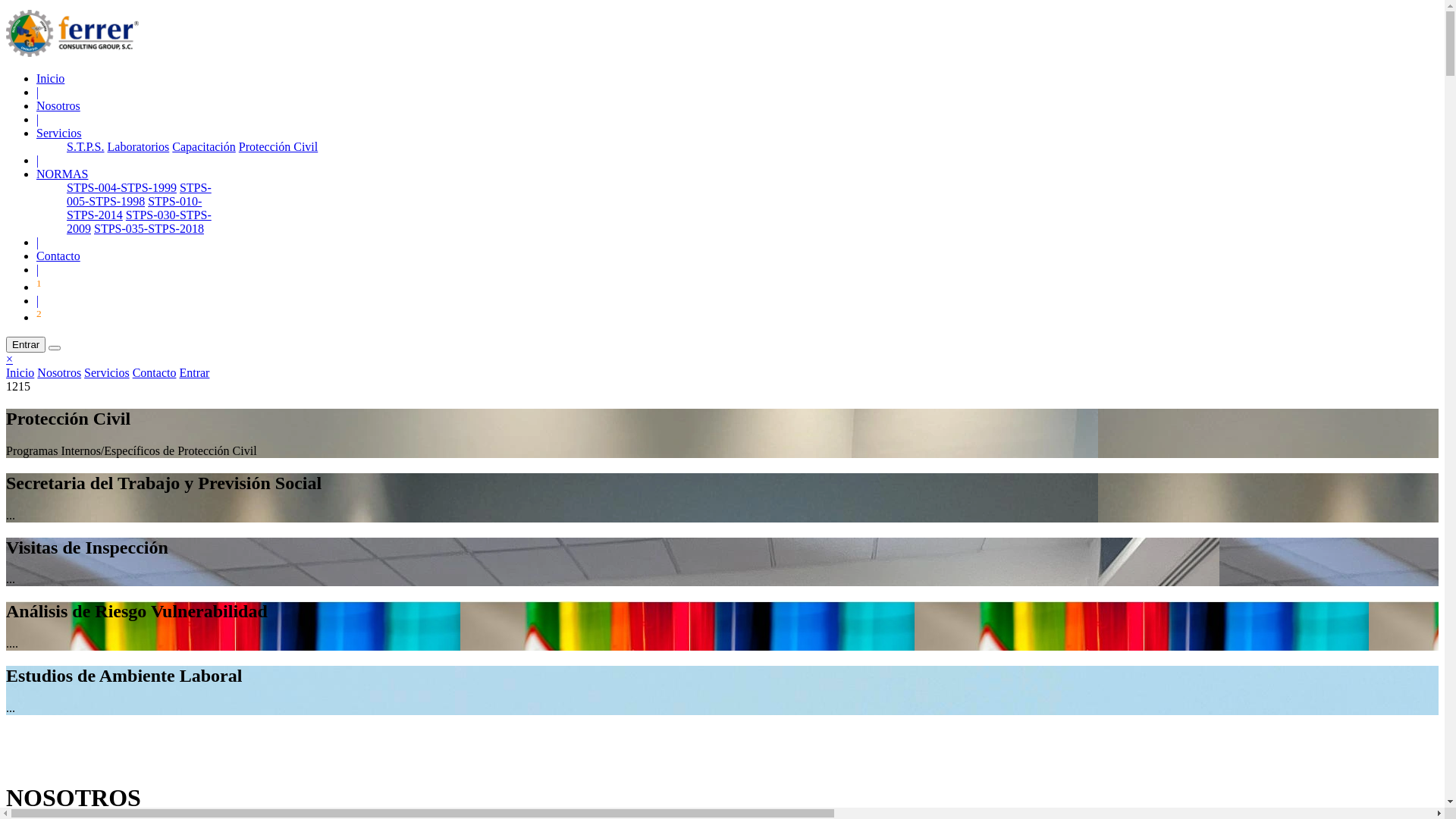  What do you see at coordinates (58, 255) in the screenshot?
I see `'Contacto'` at bounding box center [58, 255].